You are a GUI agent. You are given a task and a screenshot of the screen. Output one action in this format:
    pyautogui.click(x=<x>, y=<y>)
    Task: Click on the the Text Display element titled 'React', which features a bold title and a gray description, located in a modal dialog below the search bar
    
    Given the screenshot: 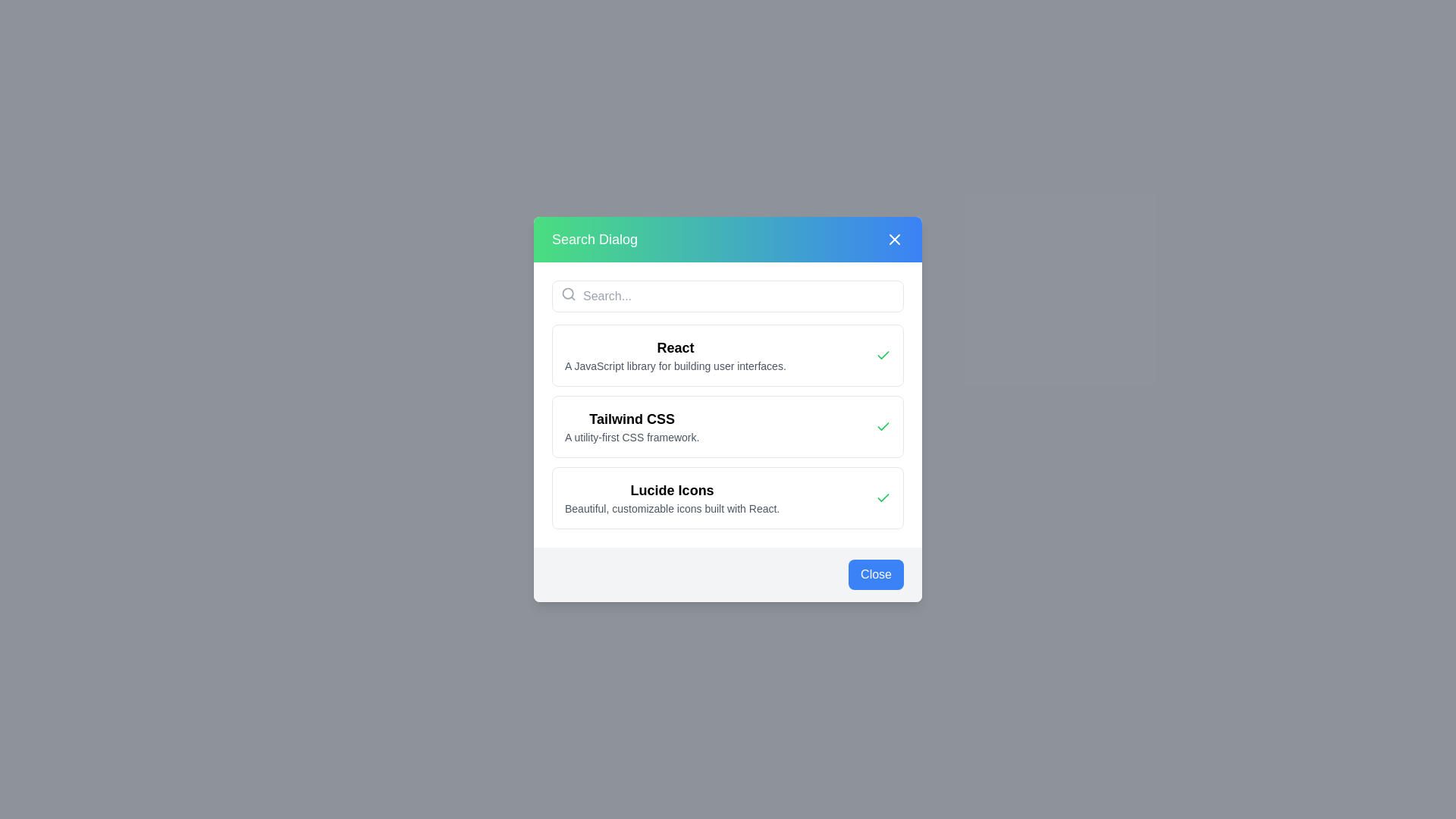 What is the action you would take?
    pyautogui.click(x=674, y=356)
    